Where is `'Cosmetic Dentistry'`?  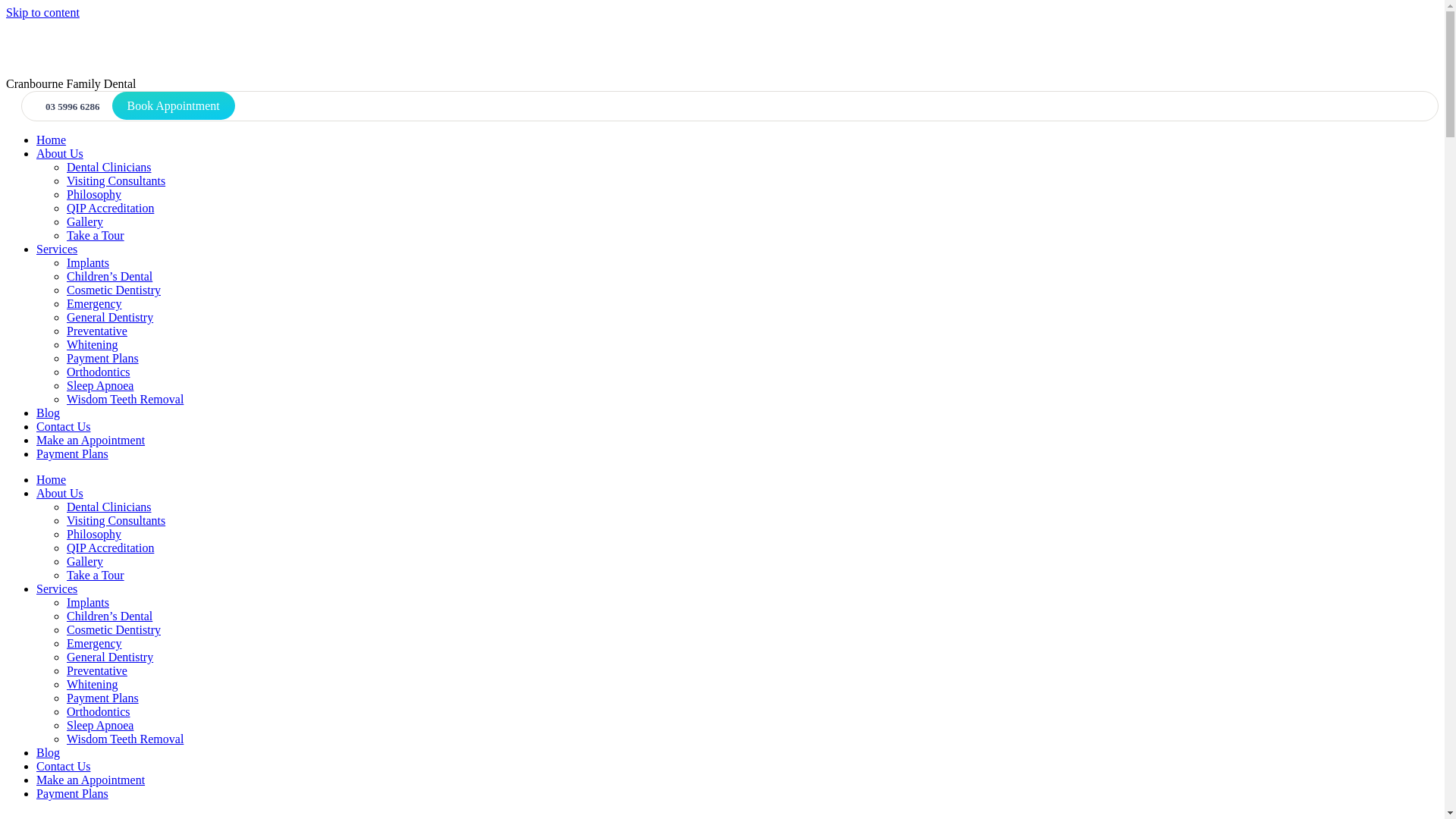
'Cosmetic Dentistry' is located at coordinates (112, 629).